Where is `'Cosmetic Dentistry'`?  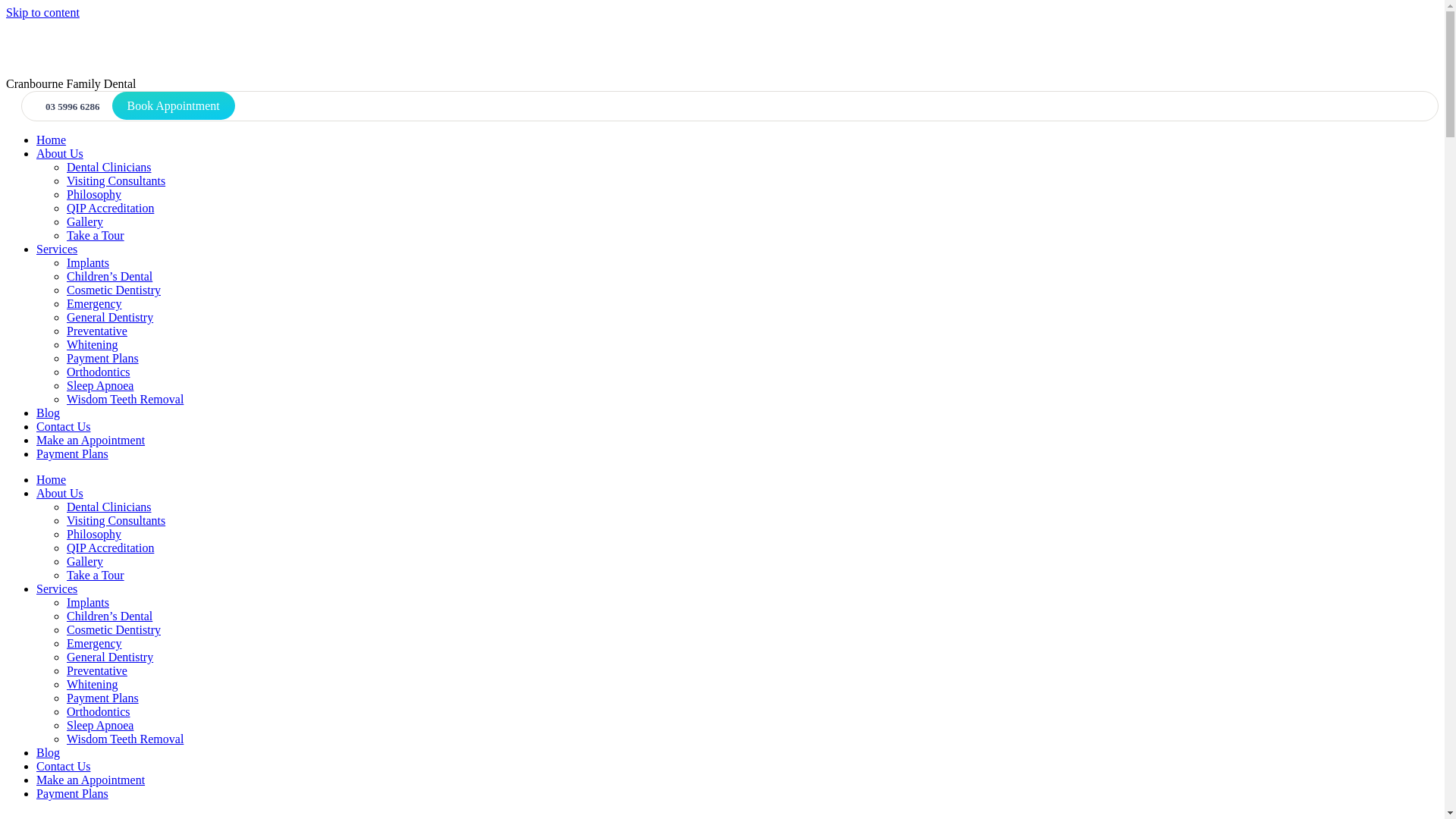
'Cosmetic Dentistry' is located at coordinates (112, 629).